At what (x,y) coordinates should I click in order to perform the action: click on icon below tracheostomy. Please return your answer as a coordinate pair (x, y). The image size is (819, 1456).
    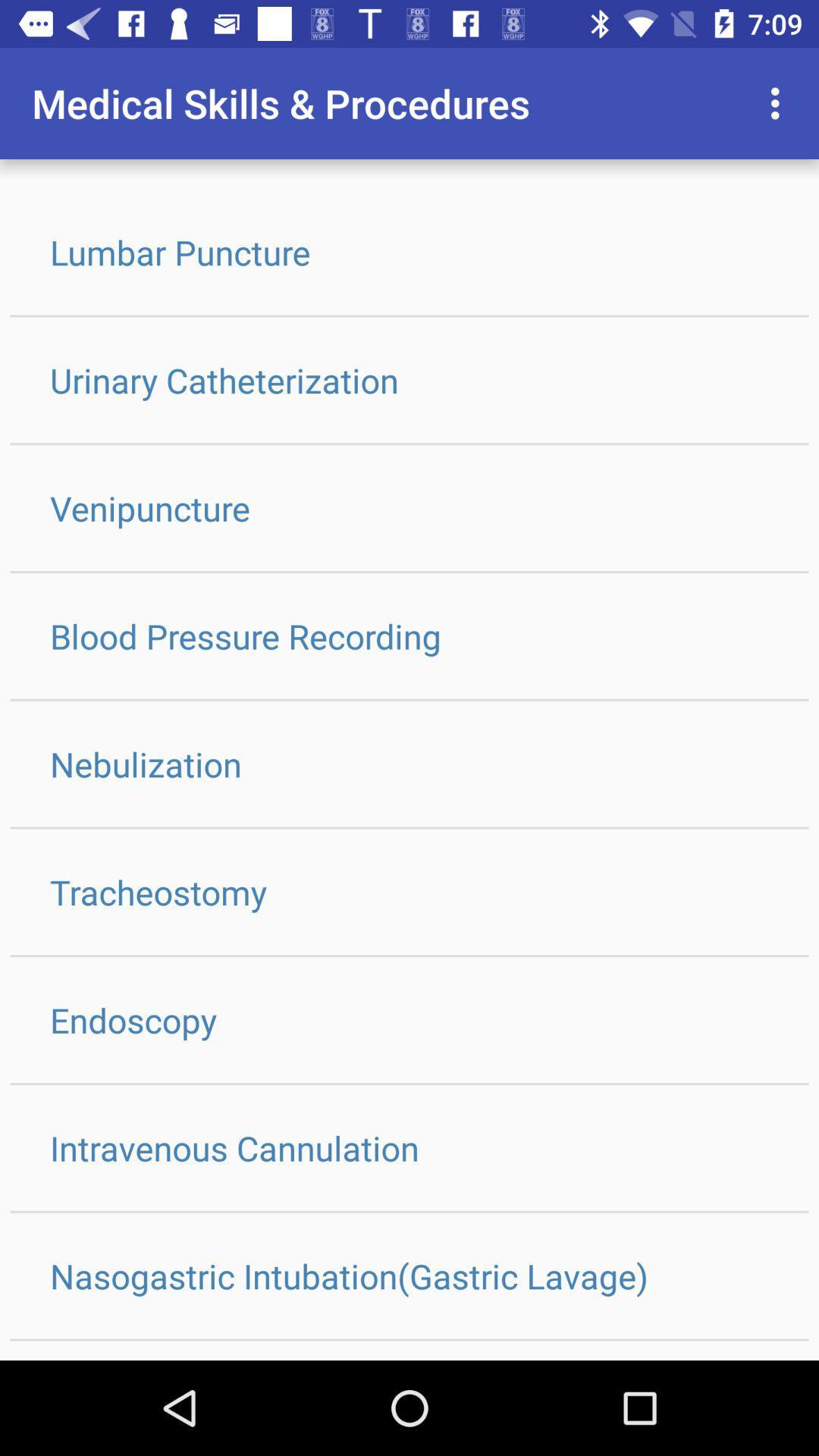
    Looking at the image, I should click on (409, 1020).